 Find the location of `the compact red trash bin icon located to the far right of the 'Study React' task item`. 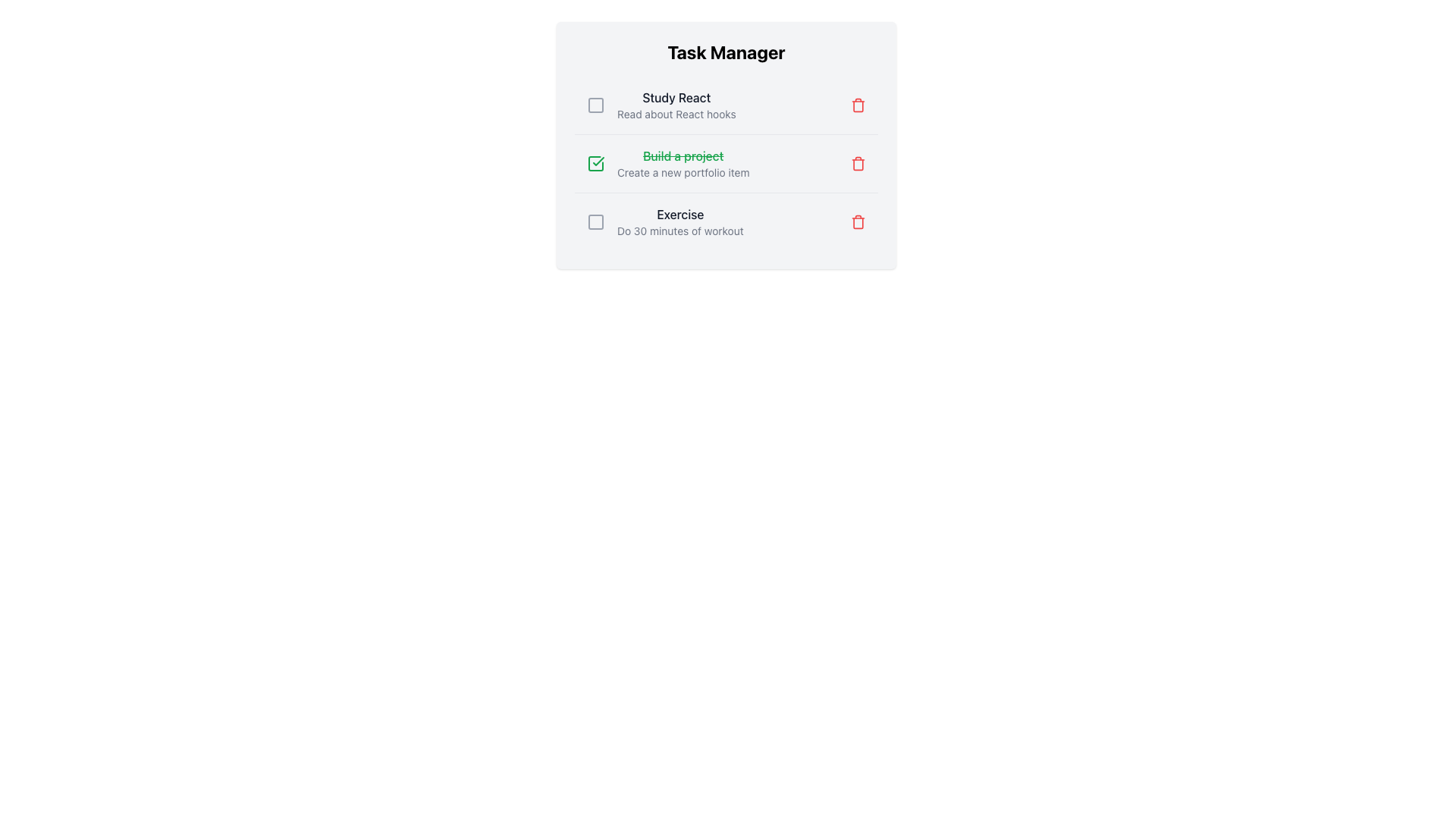

the compact red trash bin icon located to the far right of the 'Study React' task item is located at coordinates (858, 104).